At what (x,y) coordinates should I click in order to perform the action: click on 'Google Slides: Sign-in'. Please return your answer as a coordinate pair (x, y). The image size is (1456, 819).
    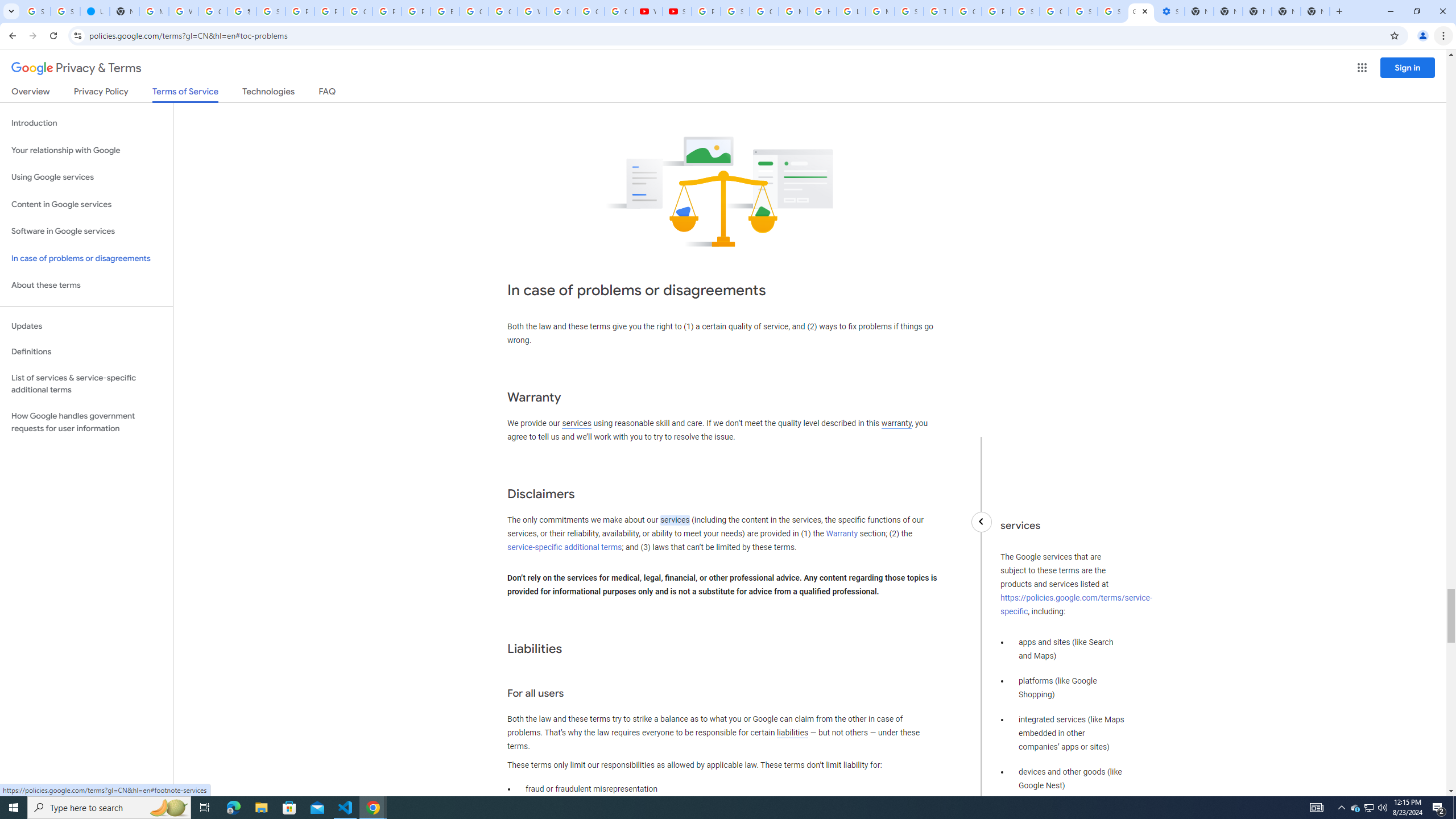
    Looking at the image, I should click on (473, 11).